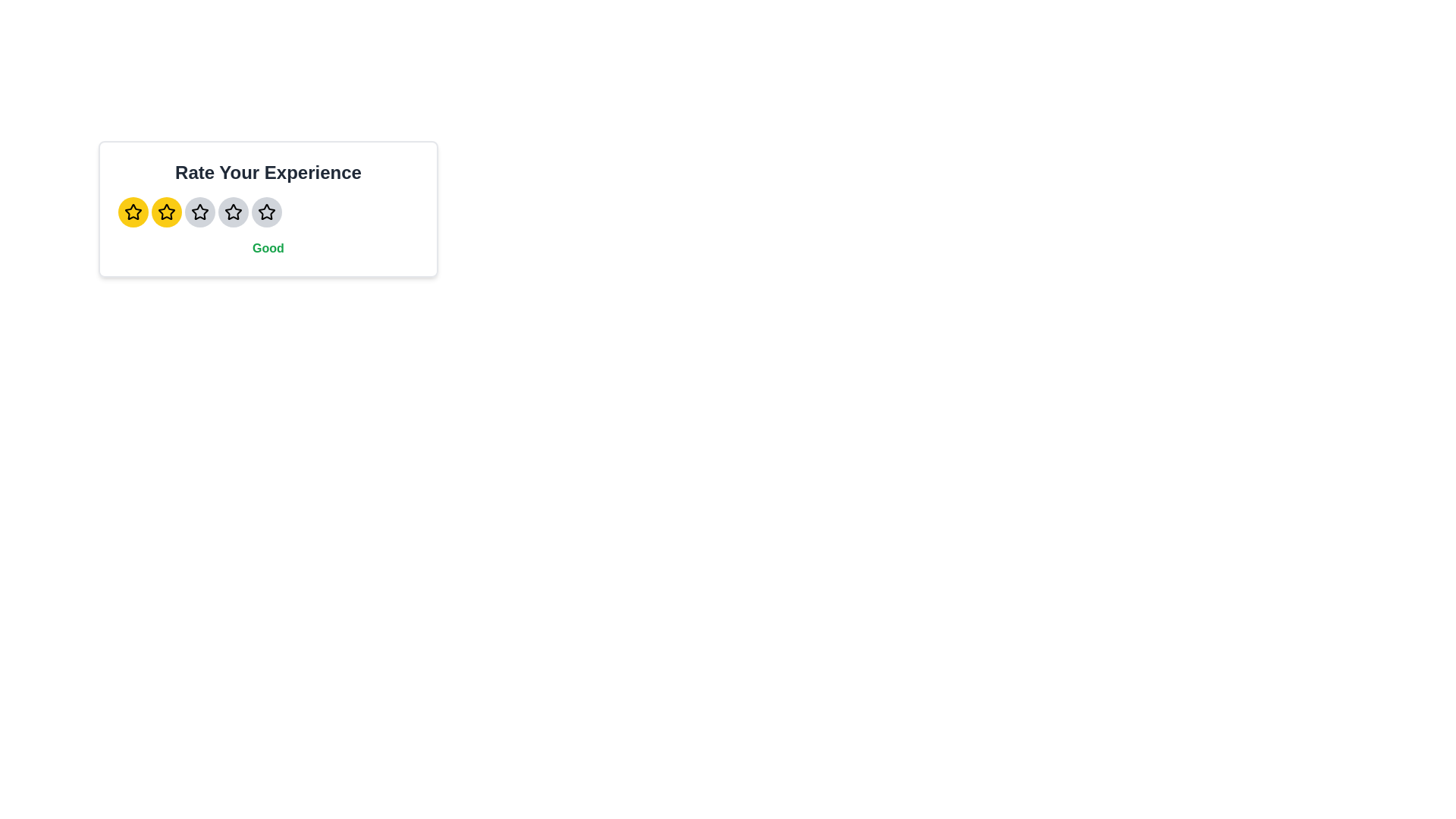 The width and height of the screenshot is (1456, 819). What do you see at coordinates (265, 211) in the screenshot?
I see `the fourth Rating Star Icon in the sequence under the title 'Rate Your Experience'` at bounding box center [265, 211].